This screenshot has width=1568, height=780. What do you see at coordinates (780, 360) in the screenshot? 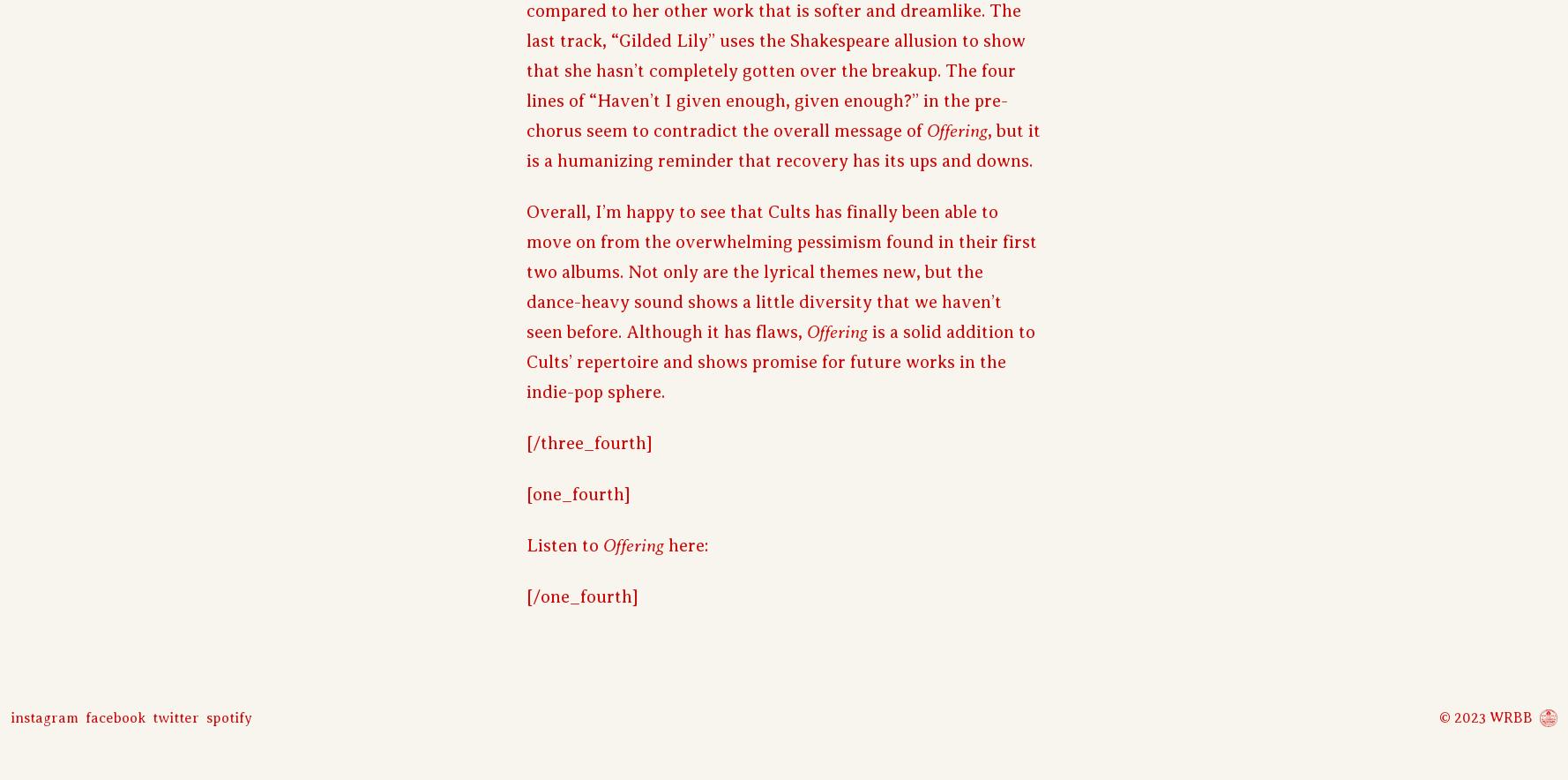
I see `'is a solid addition to Cults’ repertoire and shows promise for future works in the indie-pop sphere.'` at bounding box center [780, 360].